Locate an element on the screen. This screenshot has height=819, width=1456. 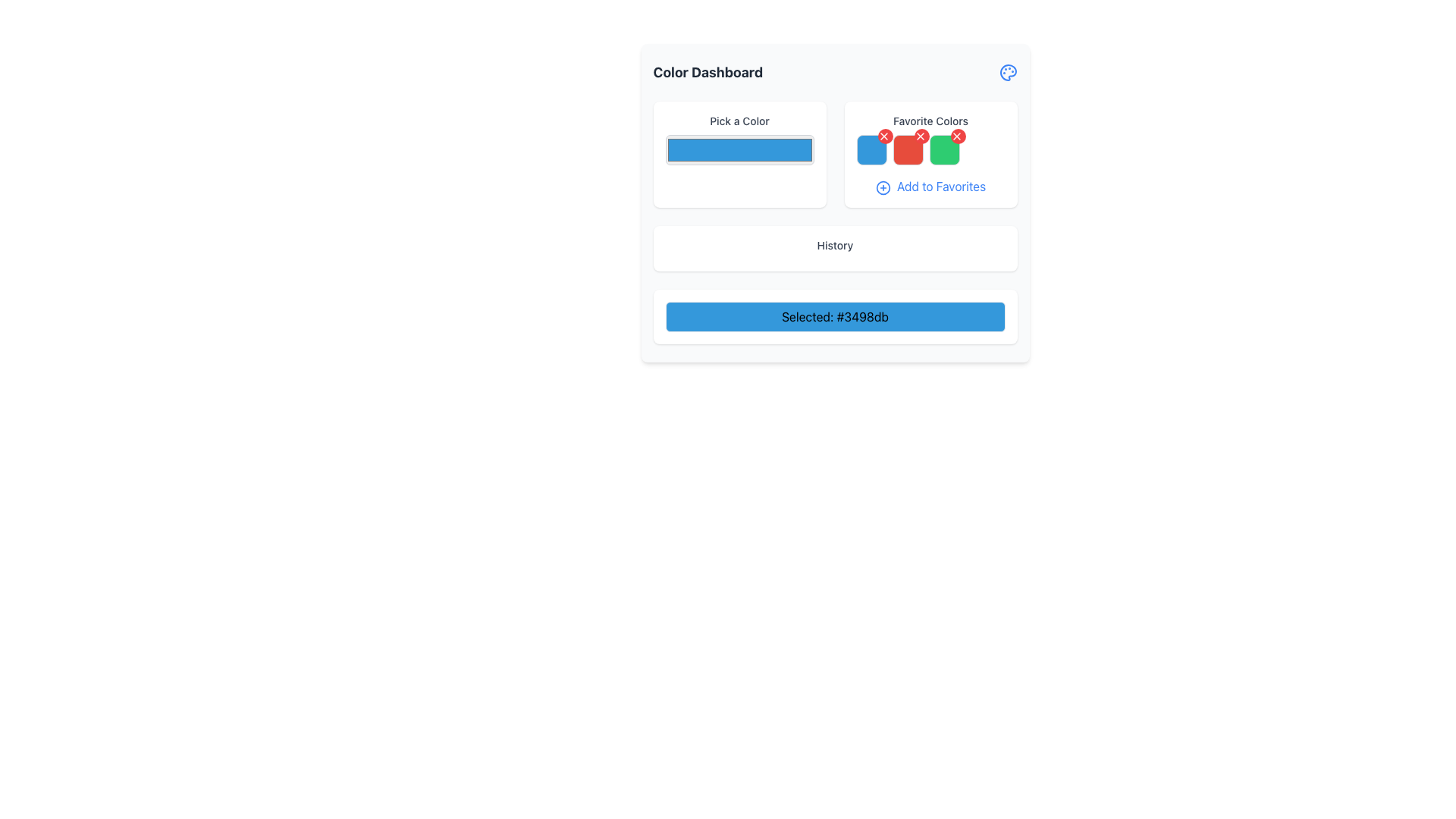
the color palette icon located in the top-right corner of the 'Color Dashboard' interface, next to the 'Color Dashboard' title text is located at coordinates (1008, 73).